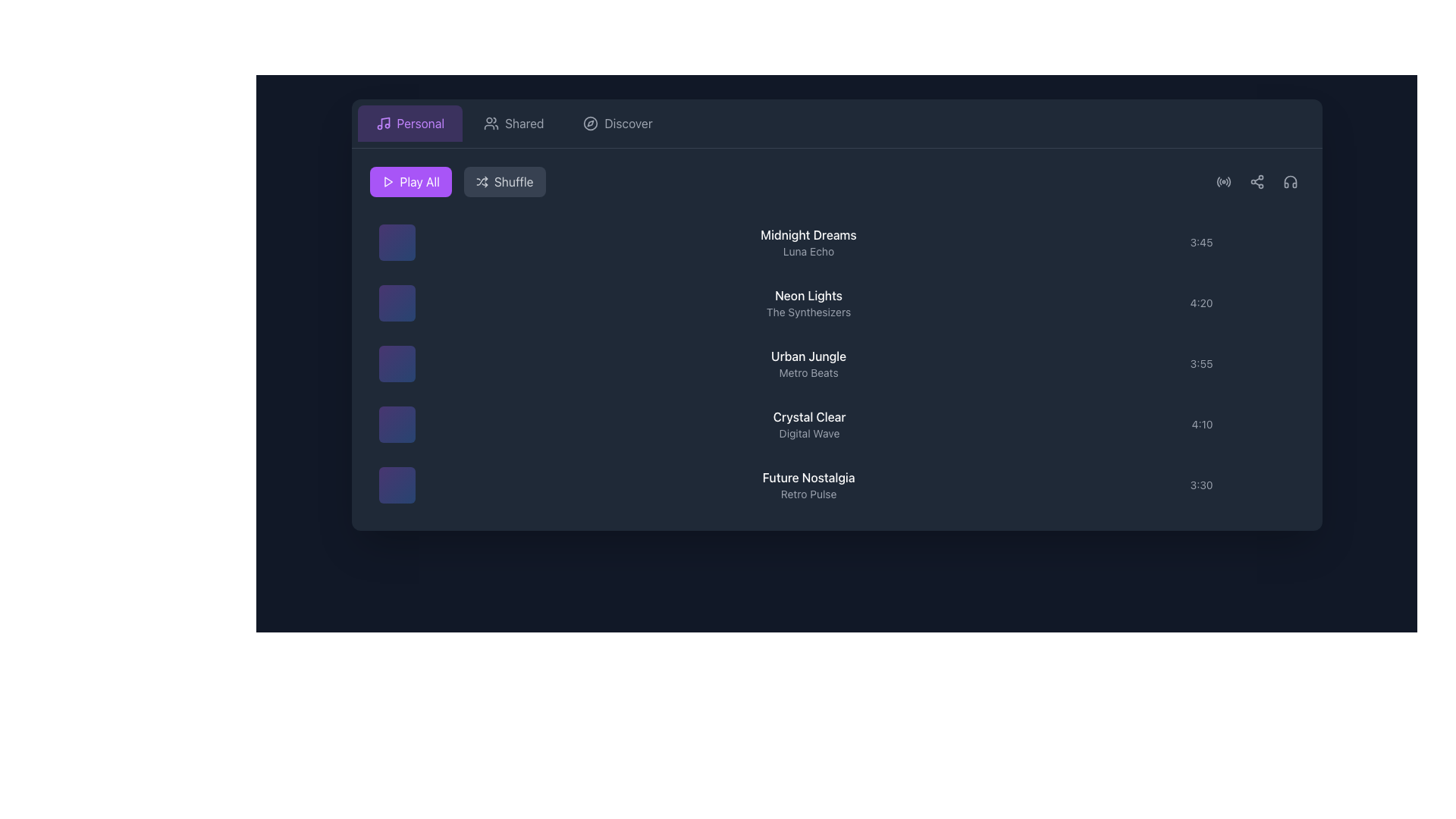 The image size is (1456, 819). What do you see at coordinates (410, 180) in the screenshot?
I see `the 'Play All' button with a purple background, which is positioned to the left of the 'Shuffle' button` at bounding box center [410, 180].